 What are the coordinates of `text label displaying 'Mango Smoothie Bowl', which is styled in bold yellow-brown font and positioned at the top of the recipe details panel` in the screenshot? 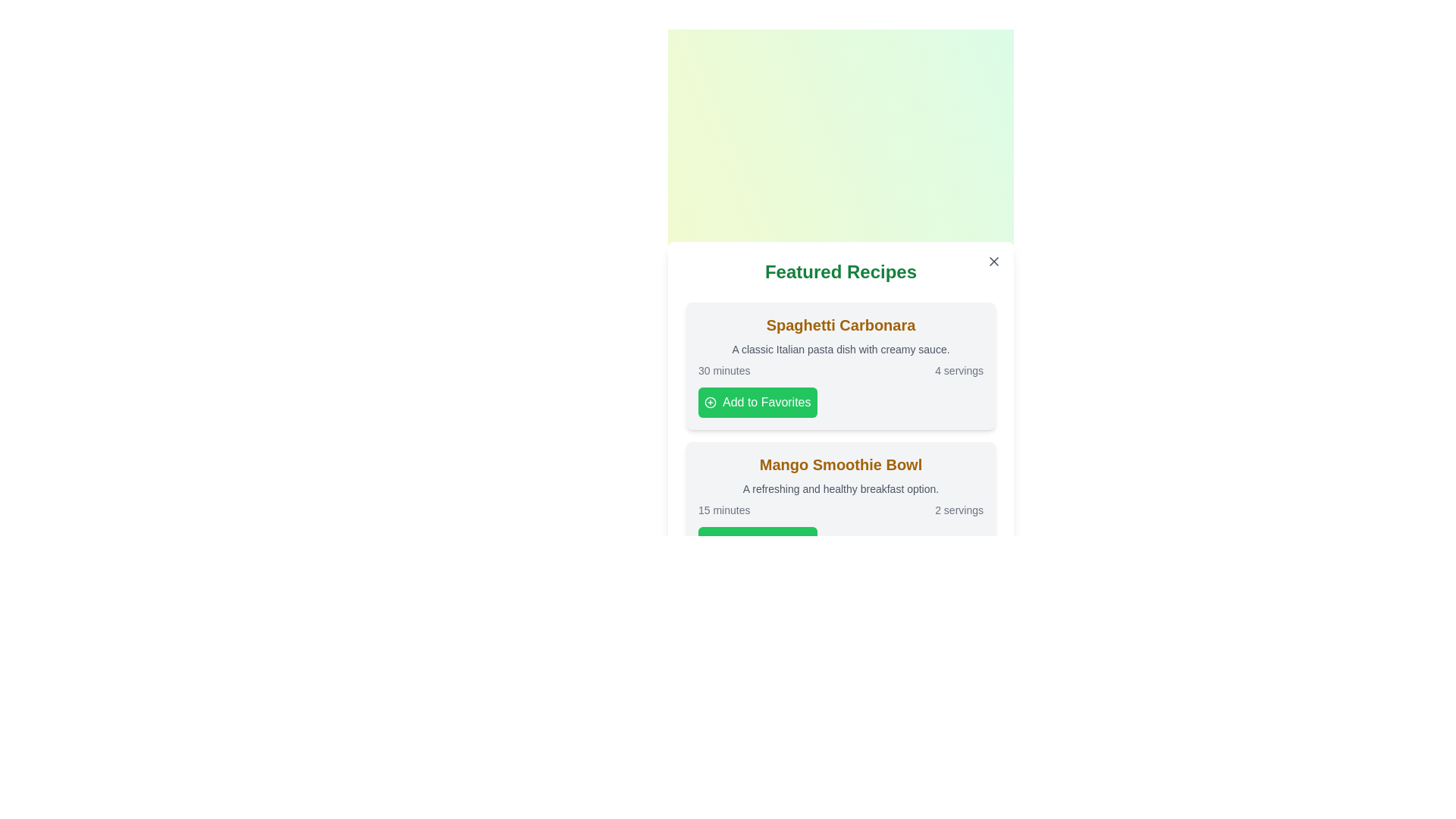 It's located at (839, 464).